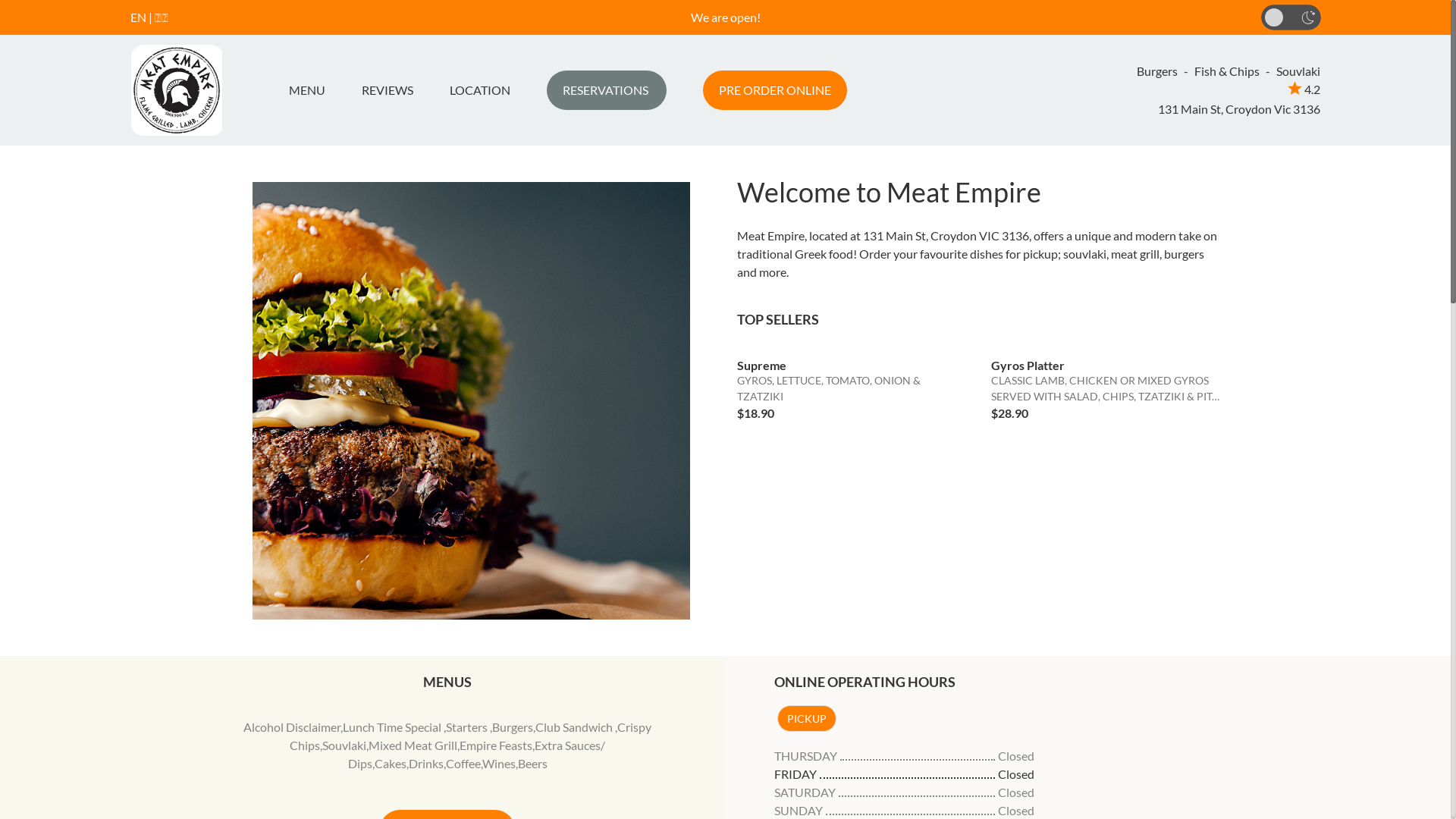 Image resolution: width=1456 pixels, height=819 pixels. I want to click on 'Supreme, so click(852, 383).